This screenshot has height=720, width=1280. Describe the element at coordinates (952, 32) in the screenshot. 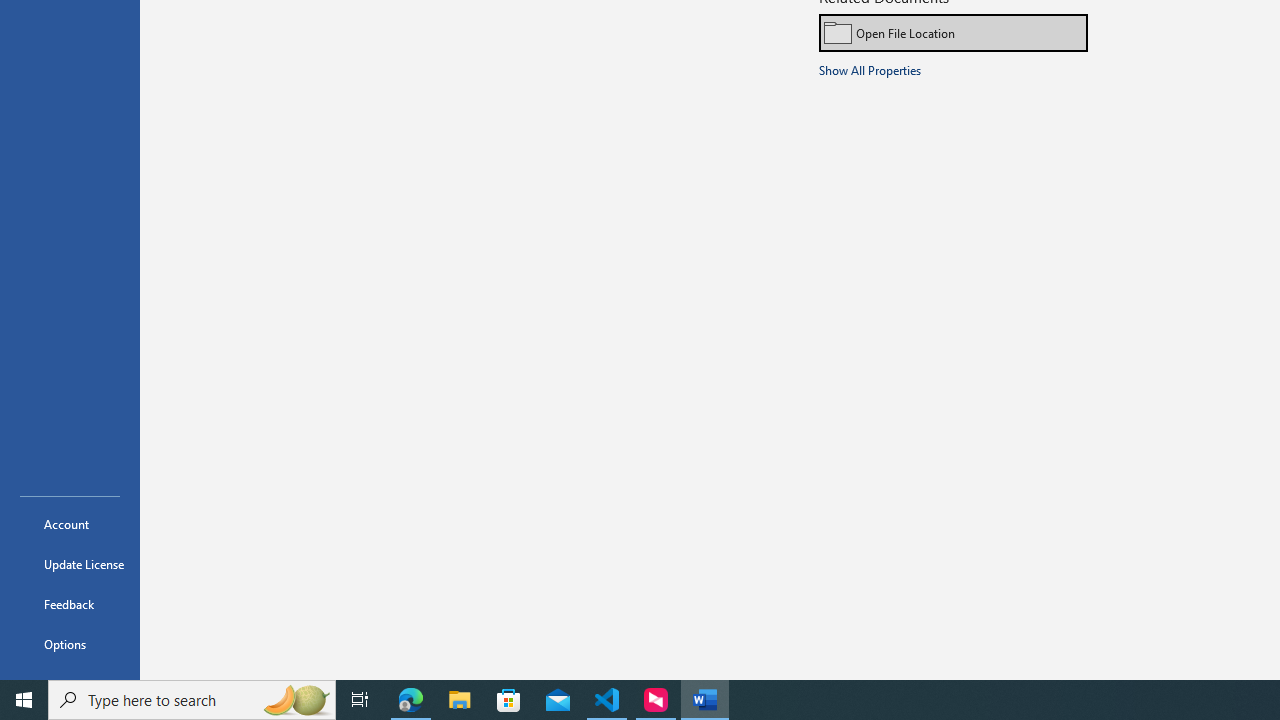

I see `'Open File Location'` at that location.